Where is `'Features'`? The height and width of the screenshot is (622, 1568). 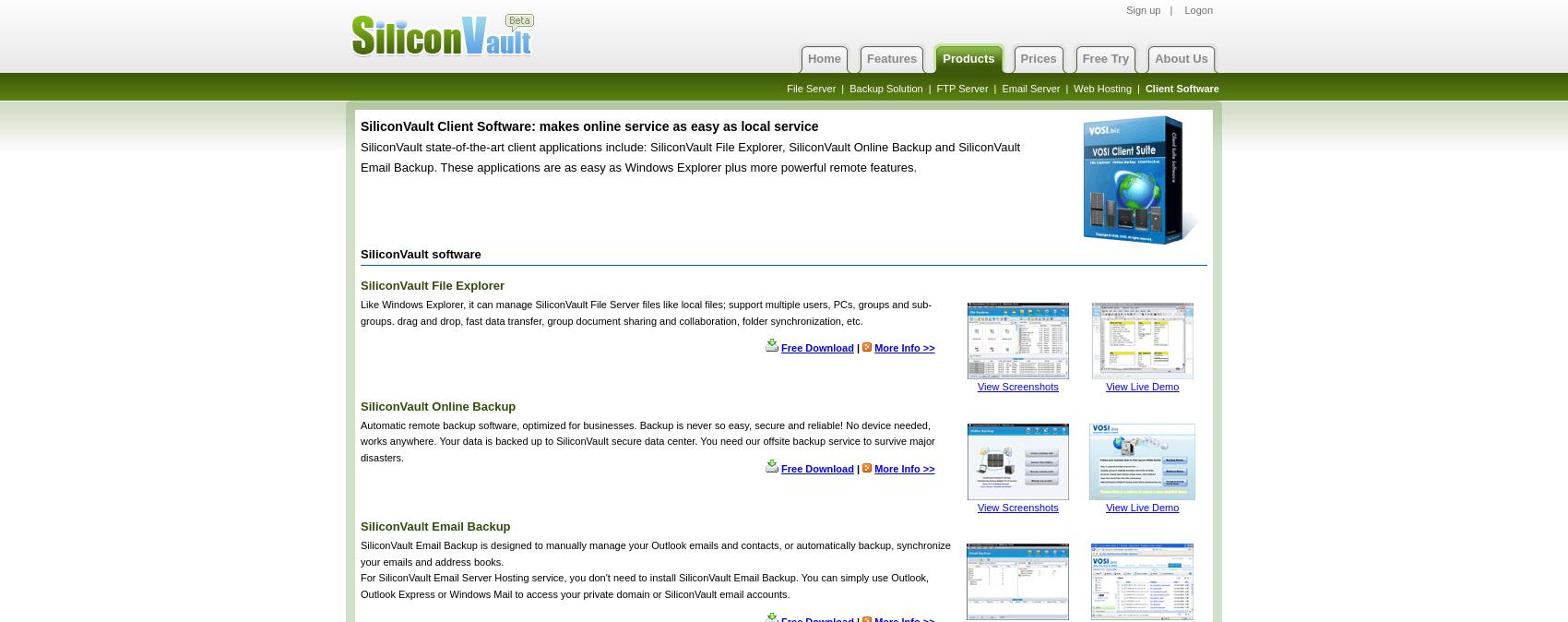 'Features' is located at coordinates (890, 57).